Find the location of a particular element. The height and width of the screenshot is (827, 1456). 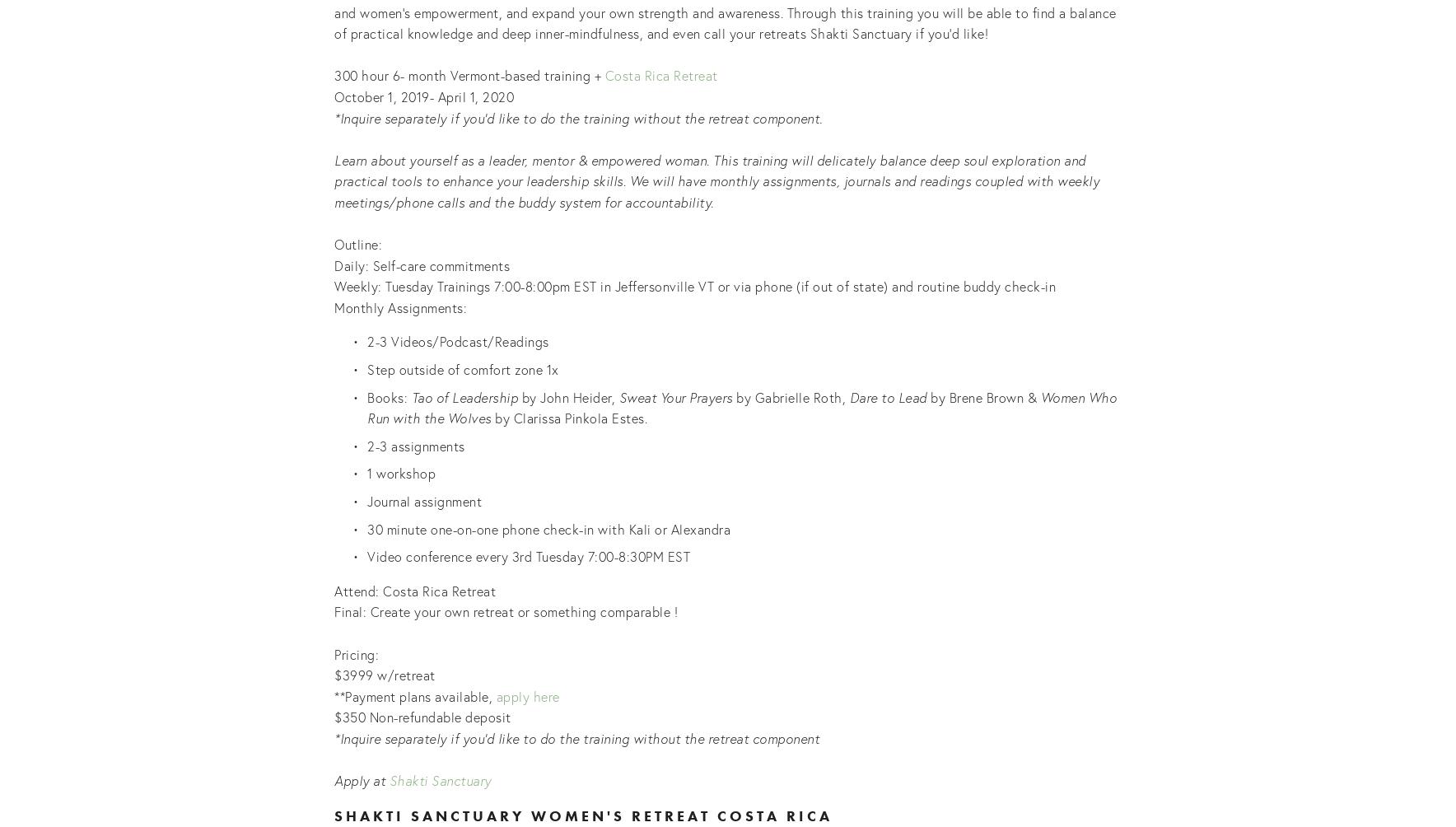

'October 1, 2019- April 1, 2020' is located at coordinates (424, 96).